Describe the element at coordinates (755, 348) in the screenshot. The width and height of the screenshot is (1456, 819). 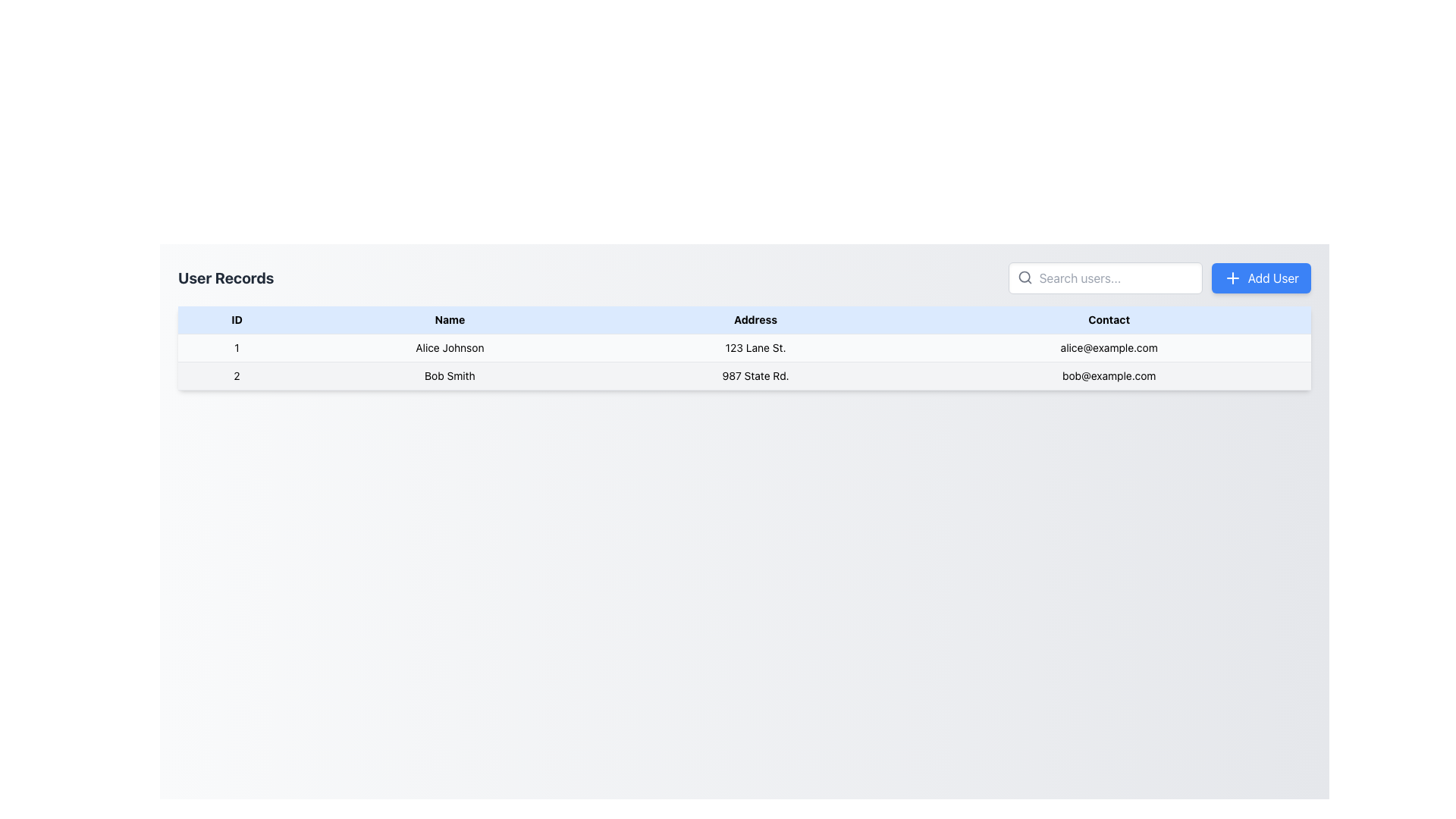
I see `the address information '123 Lane St.' associated with user 'Alice Johnson' in the data table` at that location.